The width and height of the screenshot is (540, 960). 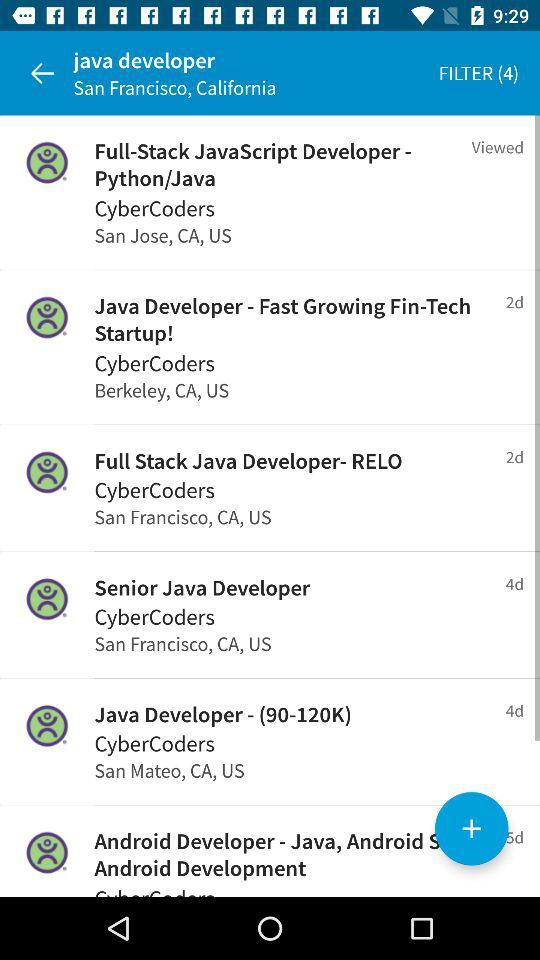 I want to click on the add icon, so click(x=471, y=828).